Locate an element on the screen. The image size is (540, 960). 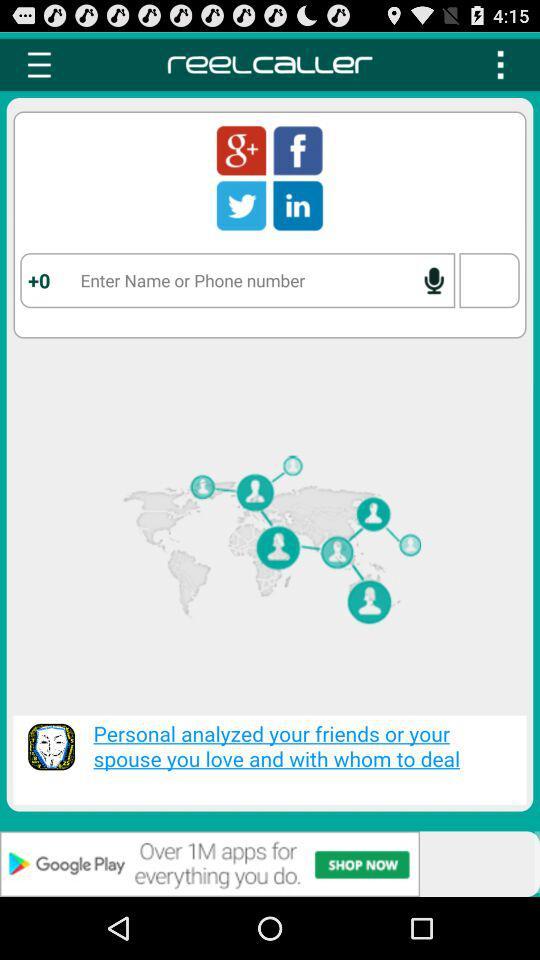
the book icon is located at coordinates (297, 219).